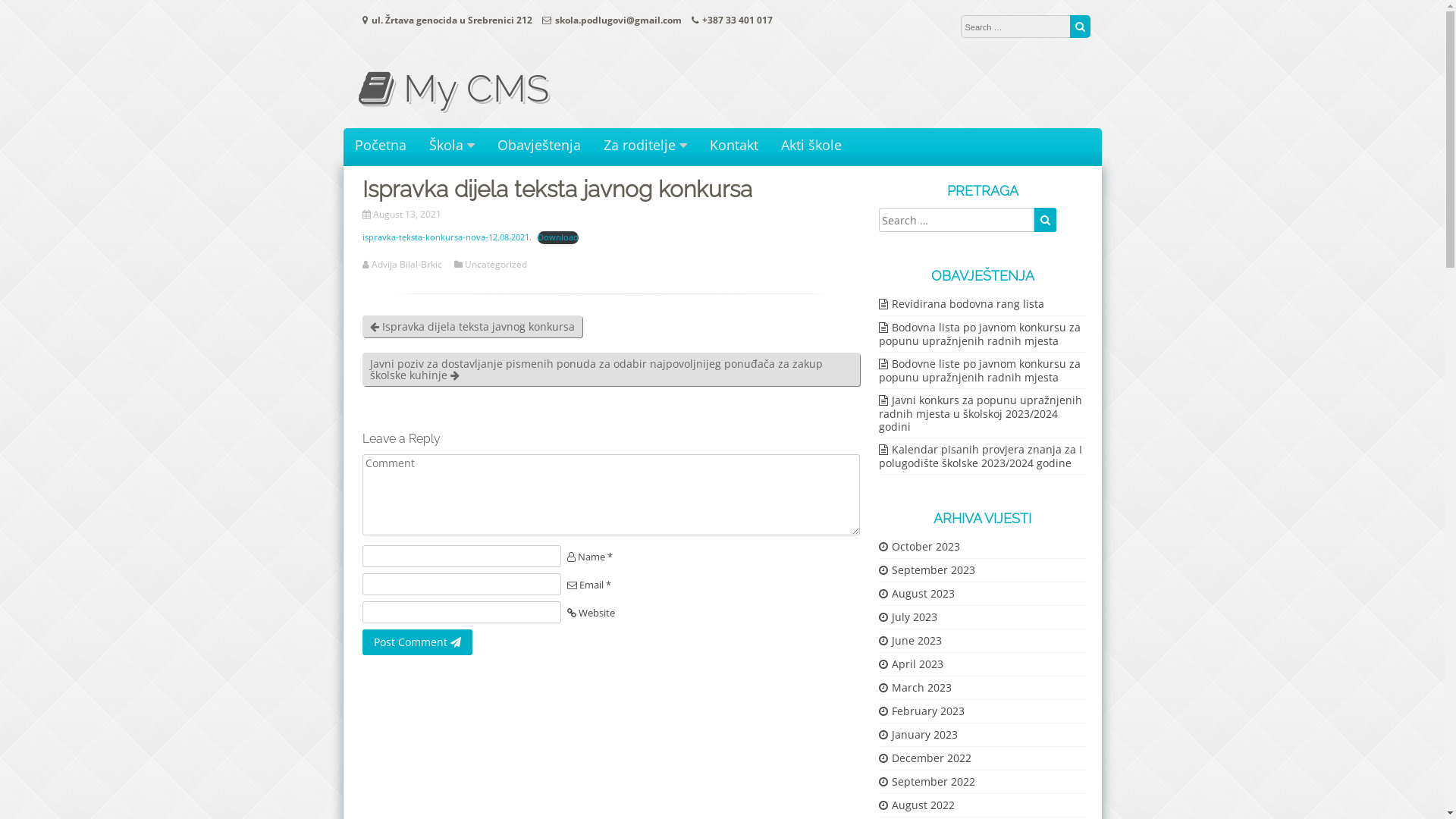 The image size is (1456, 819). What do you see at coordinates (924, 758) in the screenshot?
I see `'December 2022'` at bounding box center [924, 758].